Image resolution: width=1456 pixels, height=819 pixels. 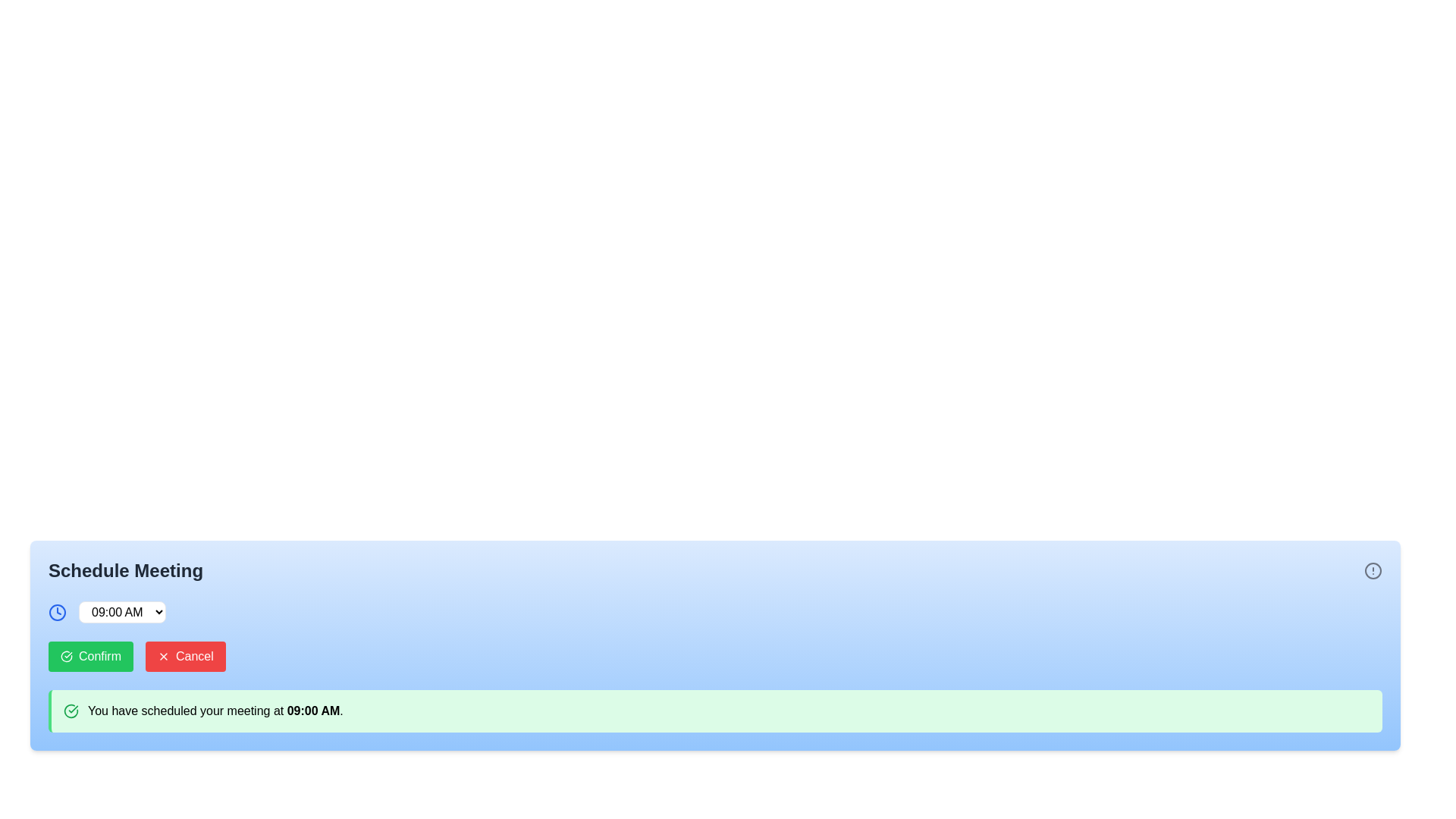 What do you see at coordinates (312, 711) in the screenshot?
I see `the text label displaying '09:00 AM', which is bold and right-justified within a green background notification section` at bounding box center [312, 711].